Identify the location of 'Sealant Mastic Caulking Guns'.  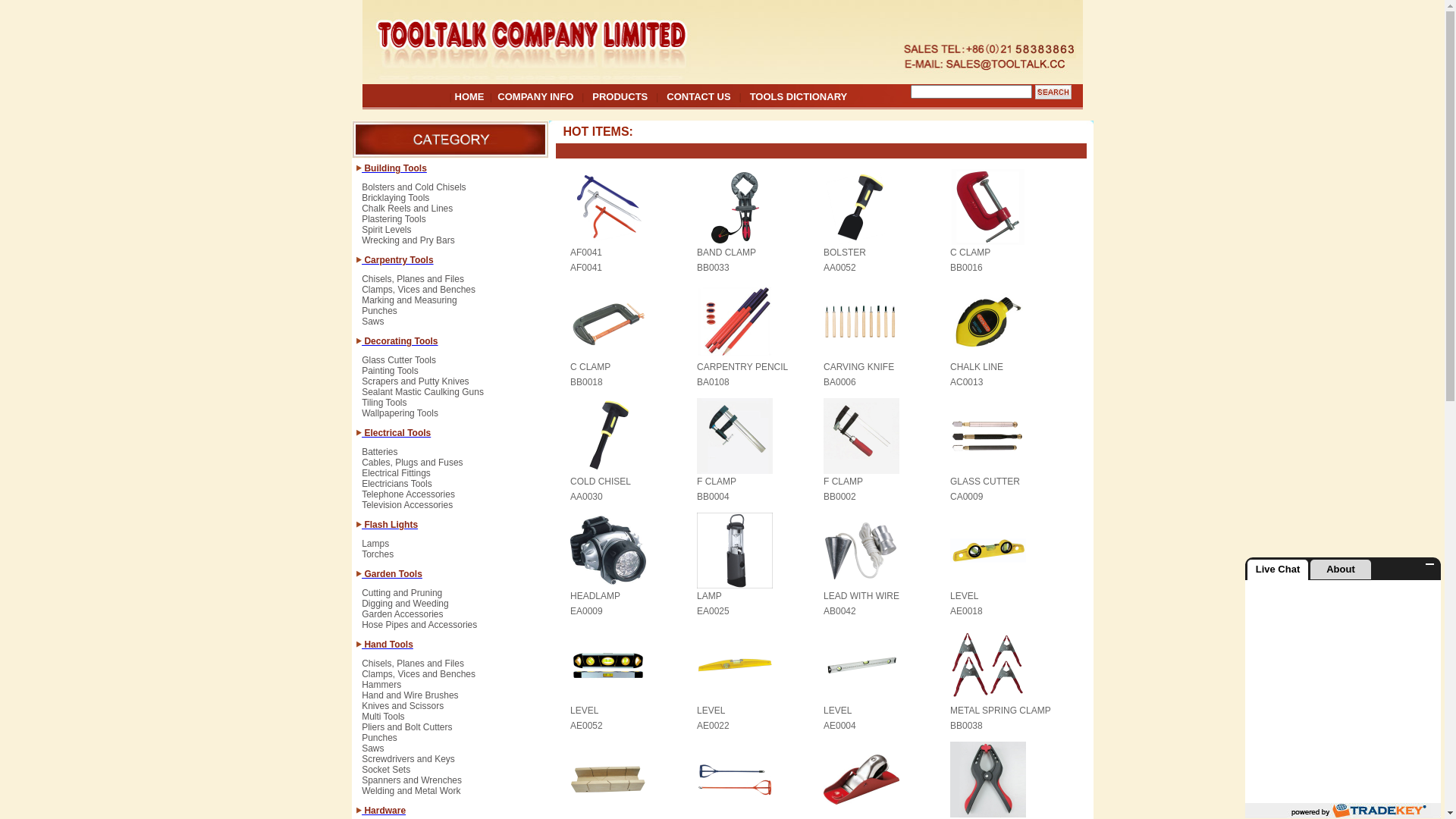
(422, 397).